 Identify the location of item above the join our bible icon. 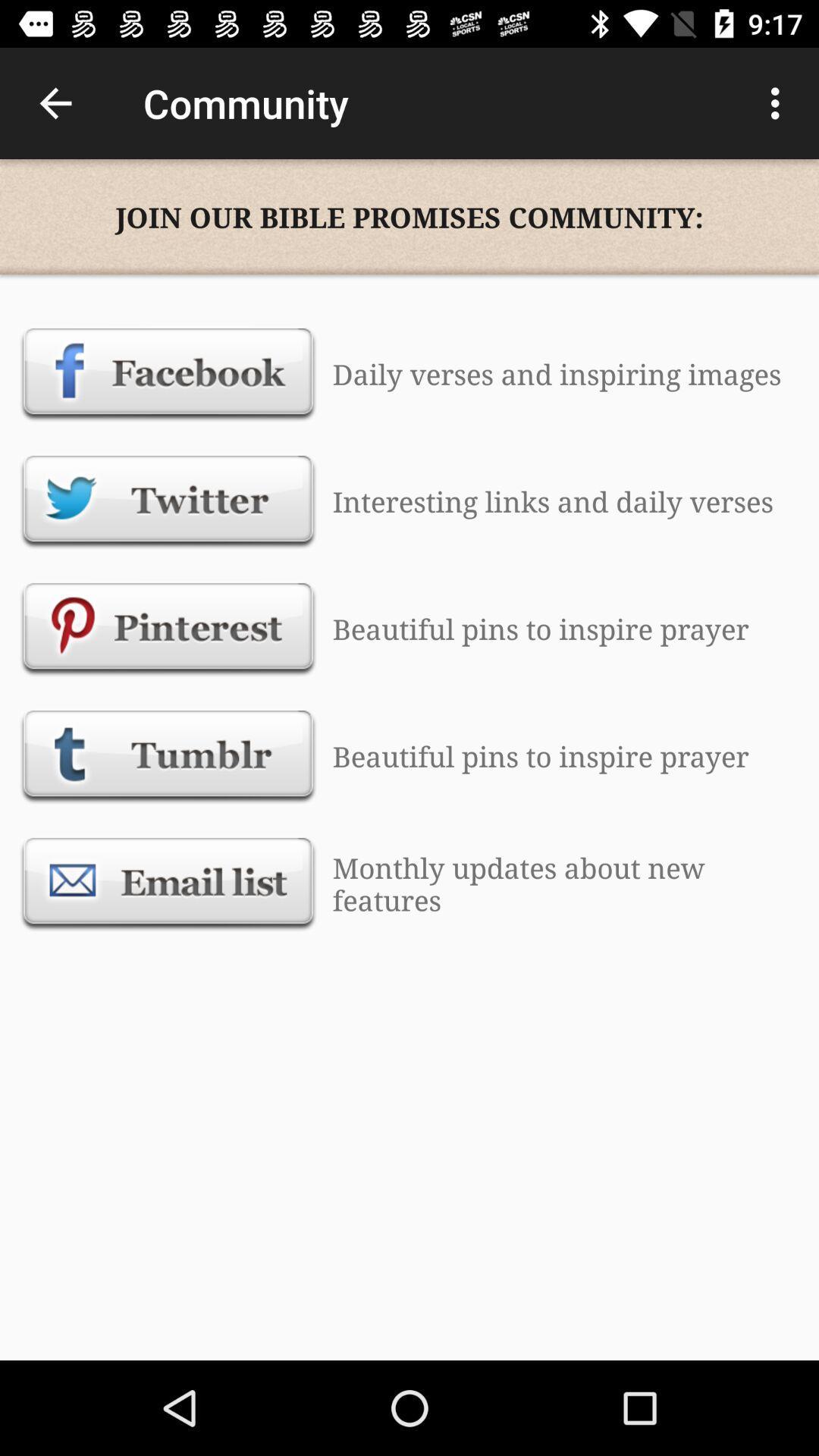
(779, 102).